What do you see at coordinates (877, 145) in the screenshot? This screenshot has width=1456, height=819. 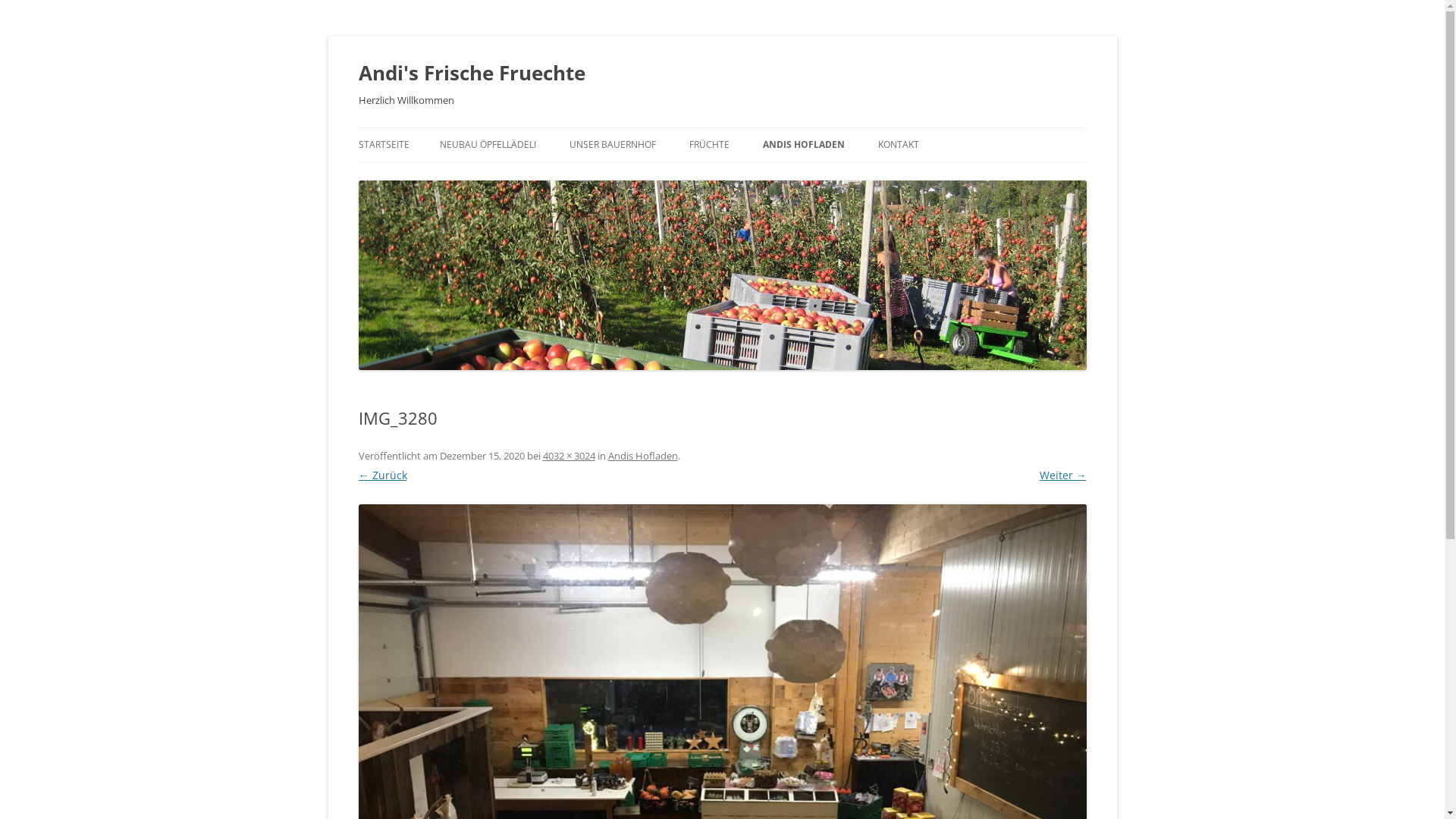 I see `'KONTAKT'` at bounding box center [877, 145].